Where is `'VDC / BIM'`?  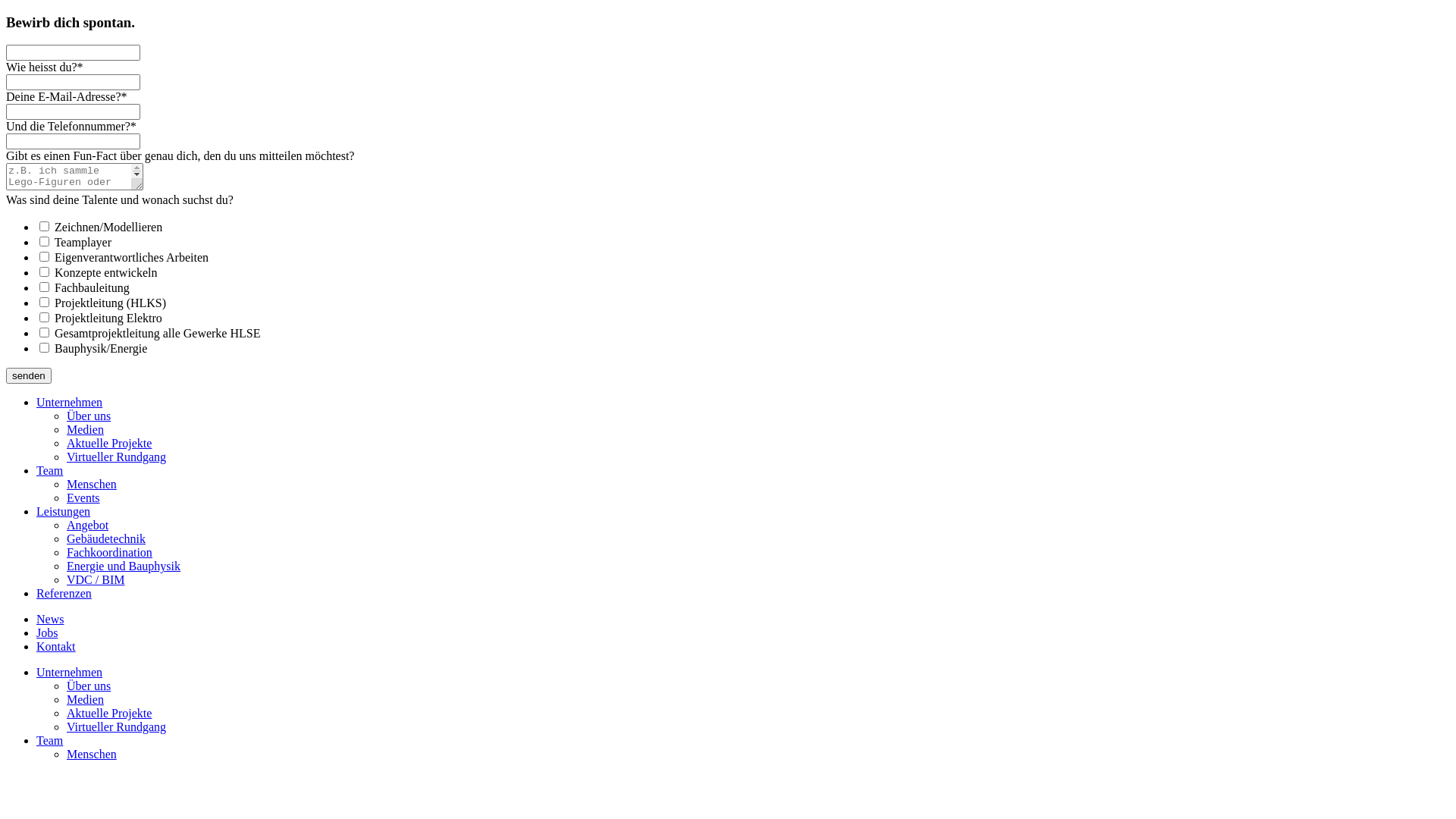
'VDC / BIM' is located at coordinates (65, 579).